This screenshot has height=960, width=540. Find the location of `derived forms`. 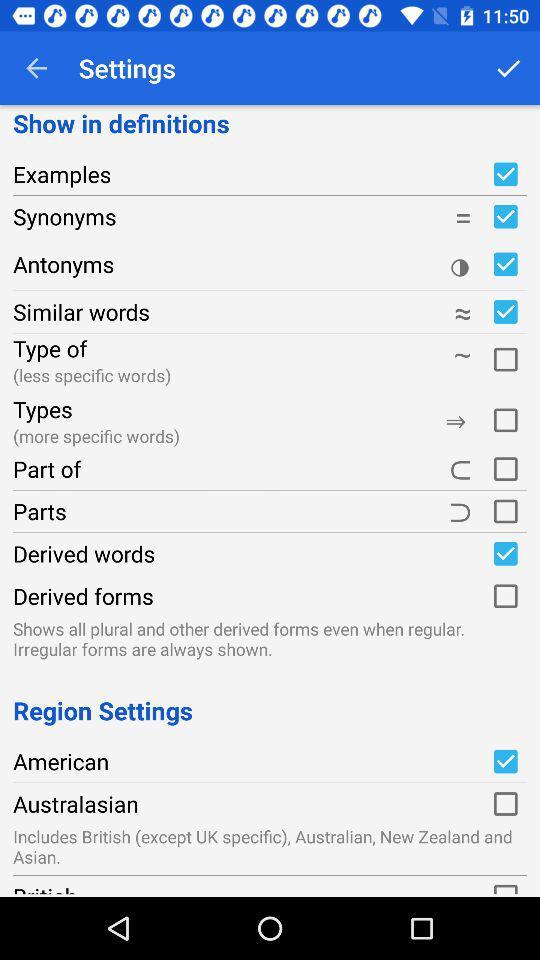

derived forms is located at coordinates (504, 596).